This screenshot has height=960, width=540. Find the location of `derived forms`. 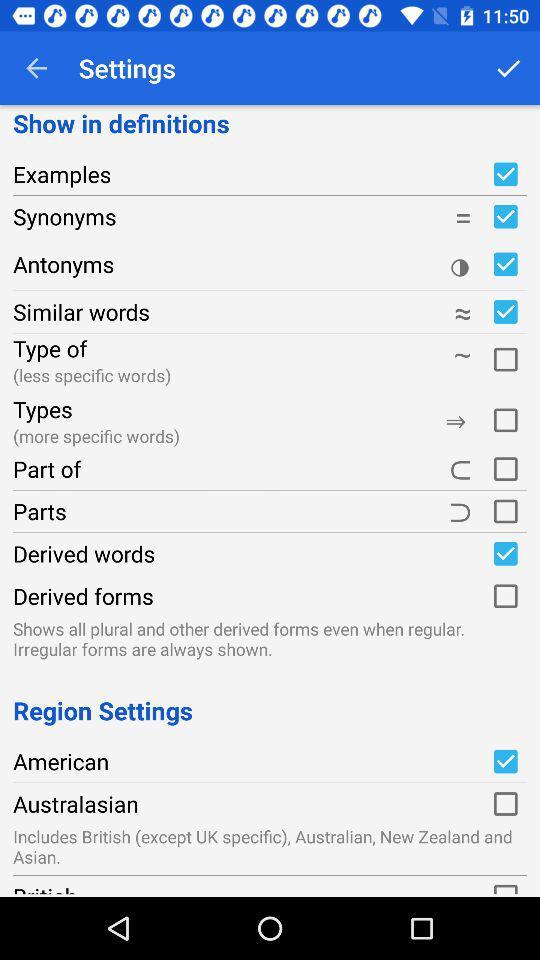

derived forms is located at coordinates (504, 596).